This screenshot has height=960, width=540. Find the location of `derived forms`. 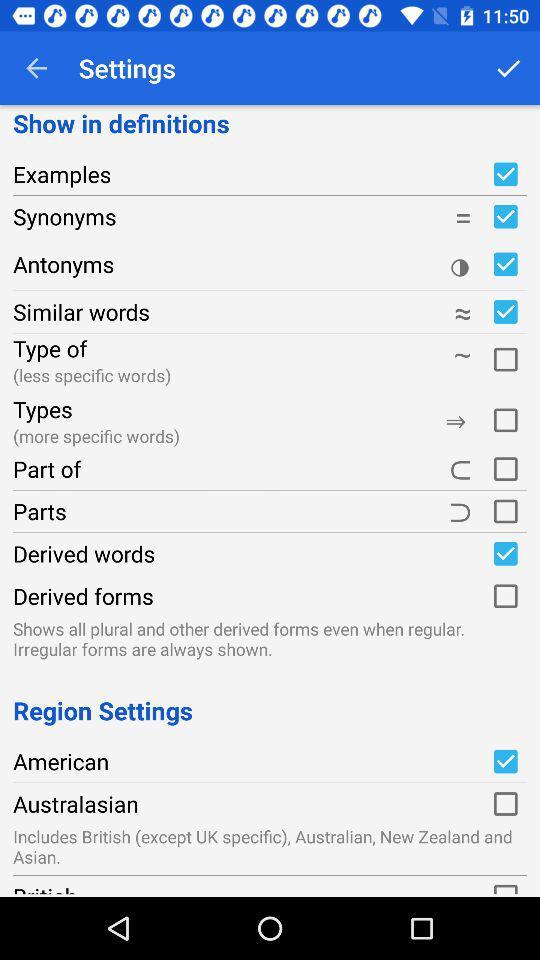

derived forms is located at coordinates (504, 596).